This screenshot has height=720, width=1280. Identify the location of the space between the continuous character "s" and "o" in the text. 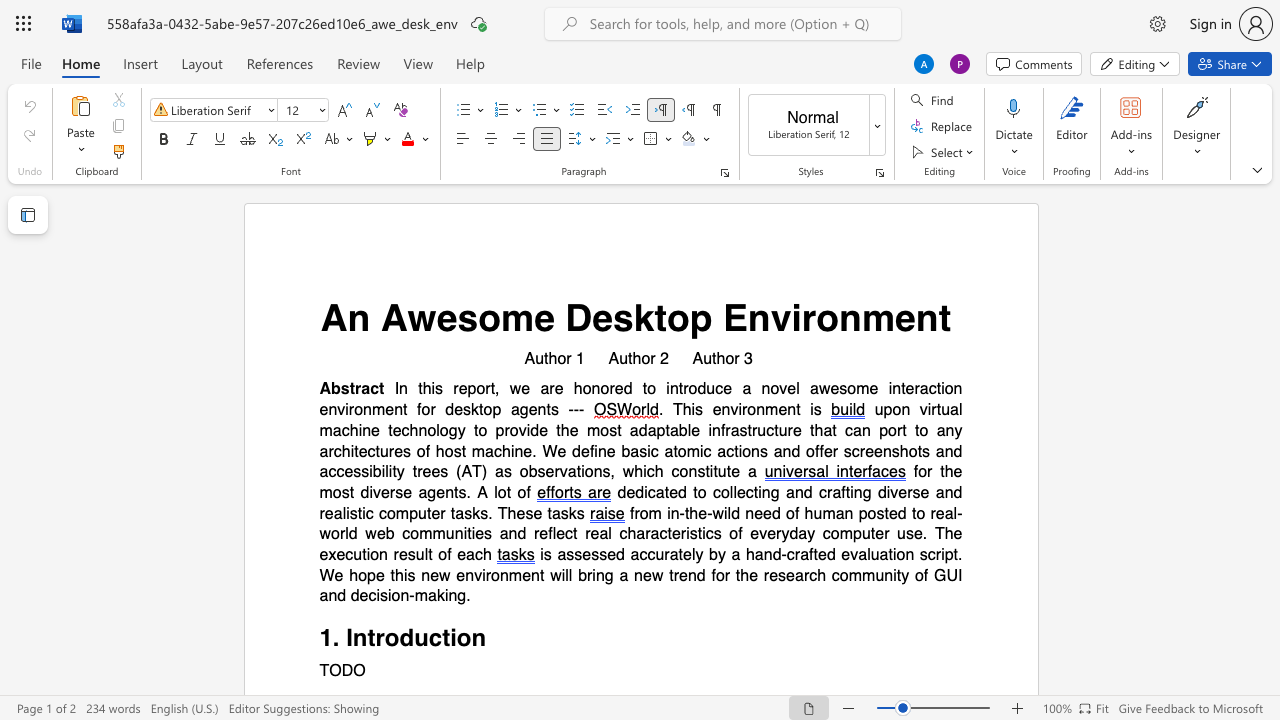
(477, 317).